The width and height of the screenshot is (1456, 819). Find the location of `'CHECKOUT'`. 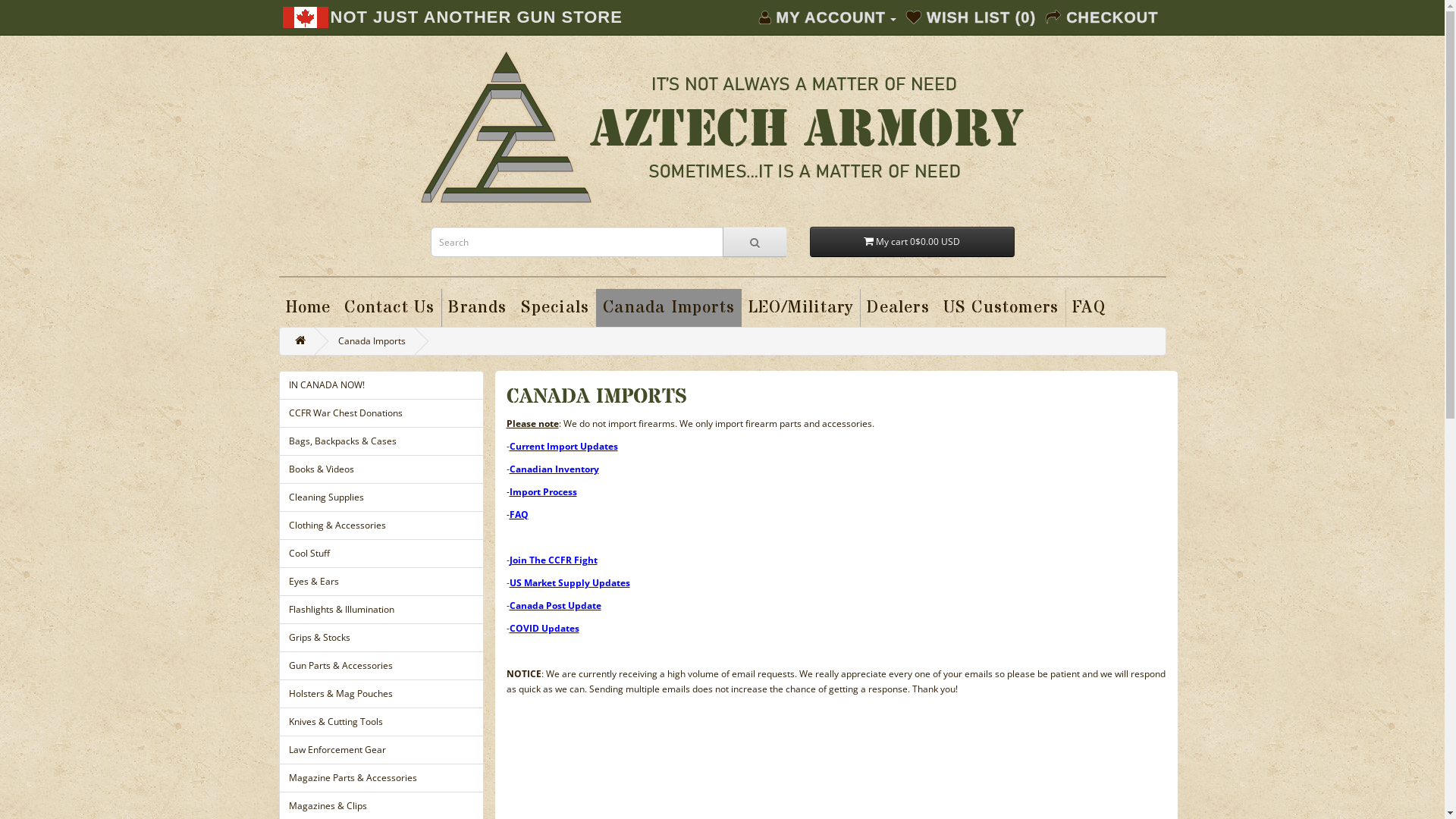

'CHECKOUT' is located at coordinates (1102, 17).